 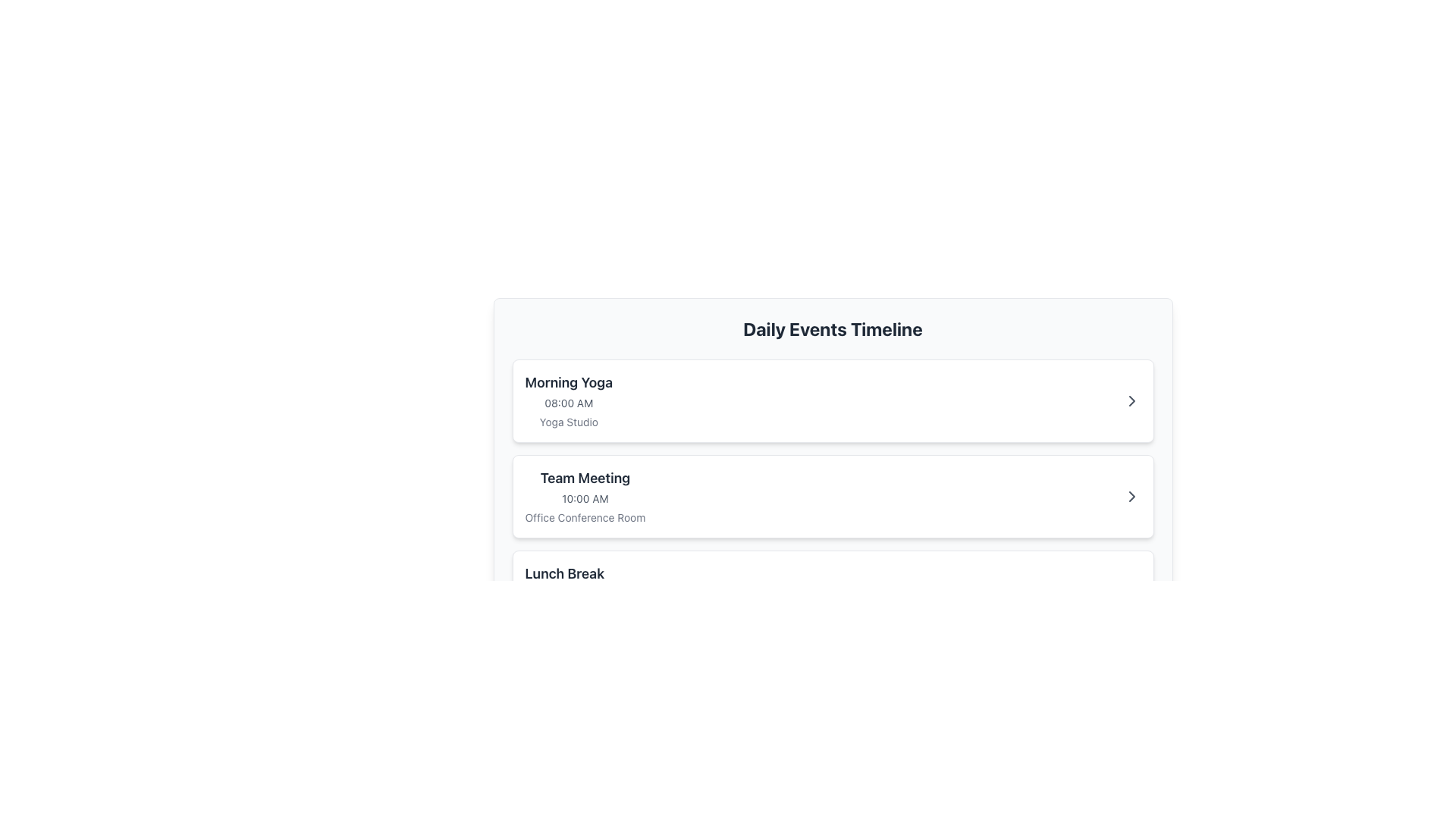 What do you see at coordinates (563, 591) in the screenshot?
I see `details of the event titled 'Lunch Break', which includes the time '12:00 PM' and location 'Main Cafeteria', located in the third row of the event listing layout` at bounding box center [563, 591].